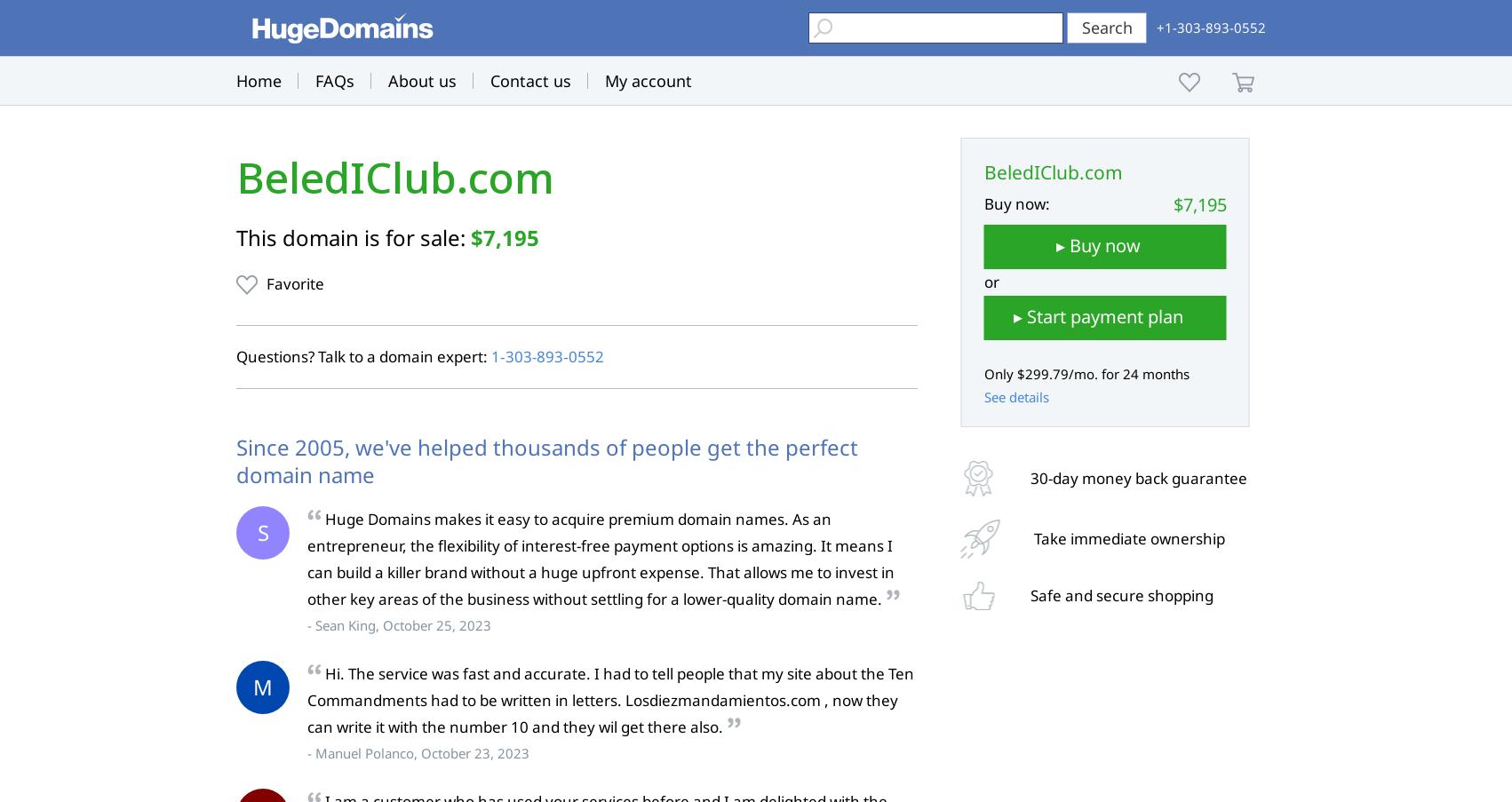 The height and width of the screenshot is (802, 1512). What do you see at coordinates (256, 532) in the screenshot?
I see `'S'` at bounding box center [256, 532].